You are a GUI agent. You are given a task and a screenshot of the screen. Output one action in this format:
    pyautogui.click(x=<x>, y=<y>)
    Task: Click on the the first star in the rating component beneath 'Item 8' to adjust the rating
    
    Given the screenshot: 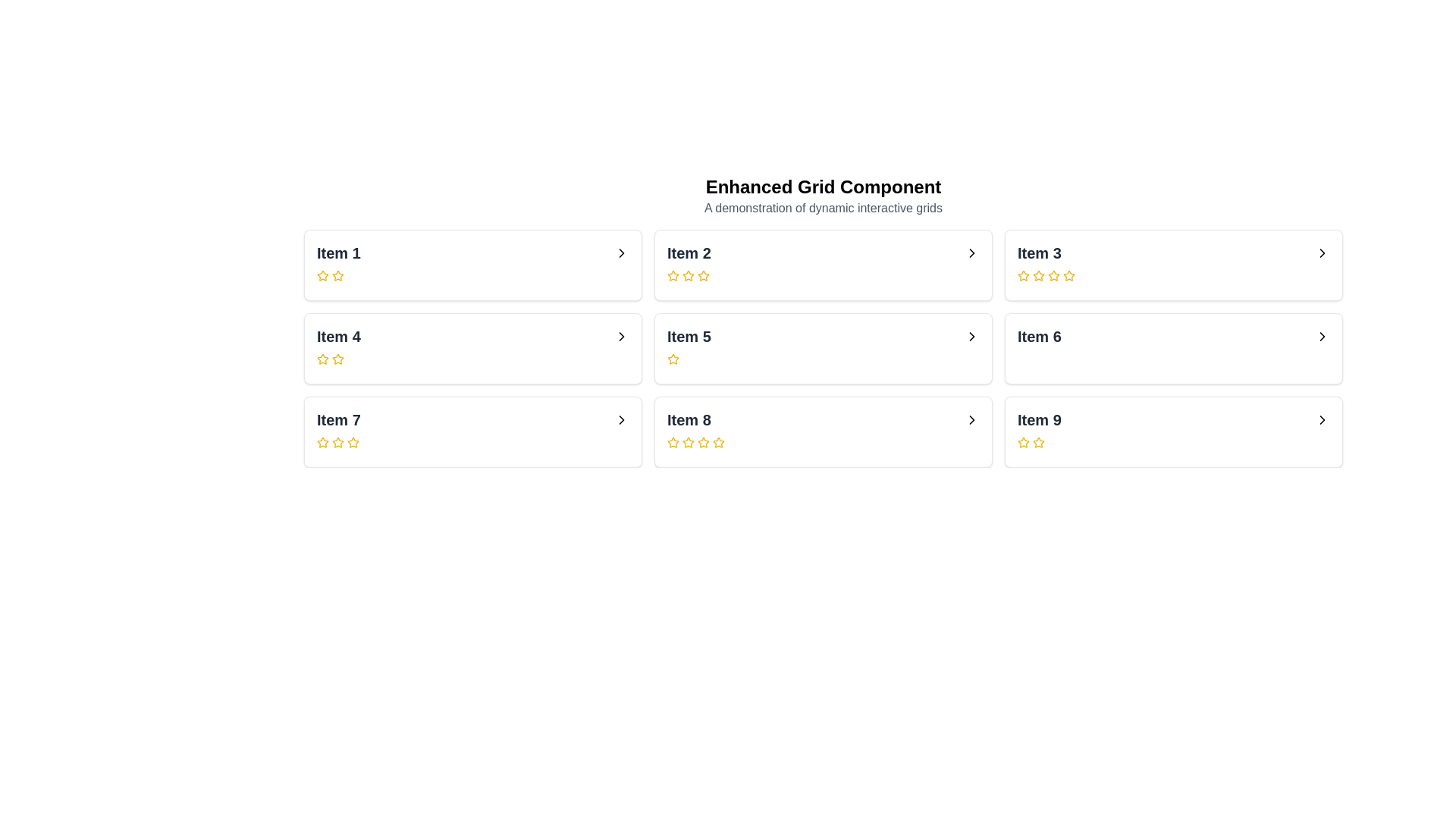 What is the action you would take?
    pyautogui.click(x=673, y=442)
    